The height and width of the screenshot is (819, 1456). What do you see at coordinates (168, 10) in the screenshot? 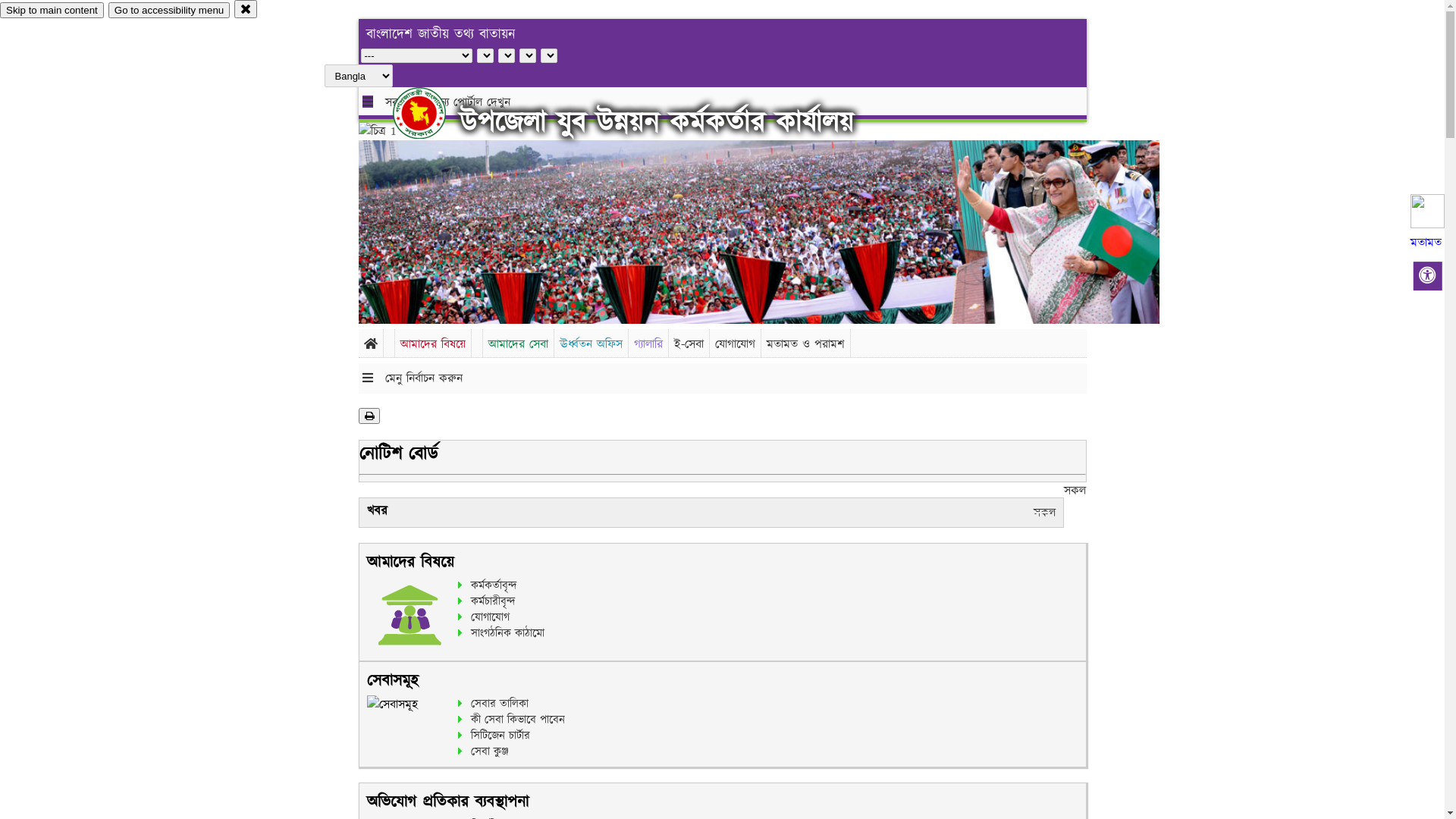
I see `'Go to accessibility menu'` at bounding box center [168, 10].